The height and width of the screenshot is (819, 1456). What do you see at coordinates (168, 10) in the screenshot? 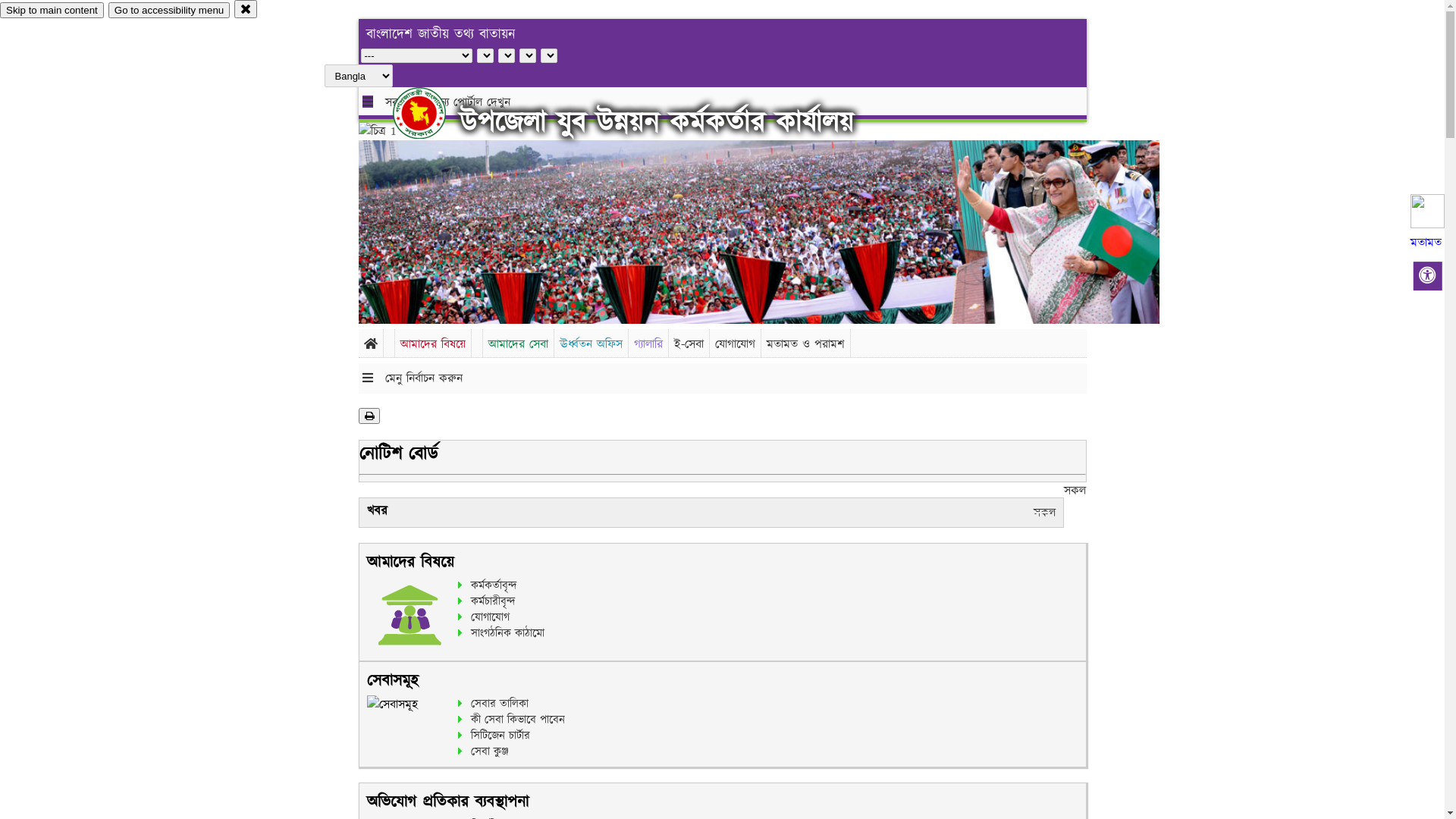
I see `'Go to accessibility menu'` at bounding box center [168, 10].